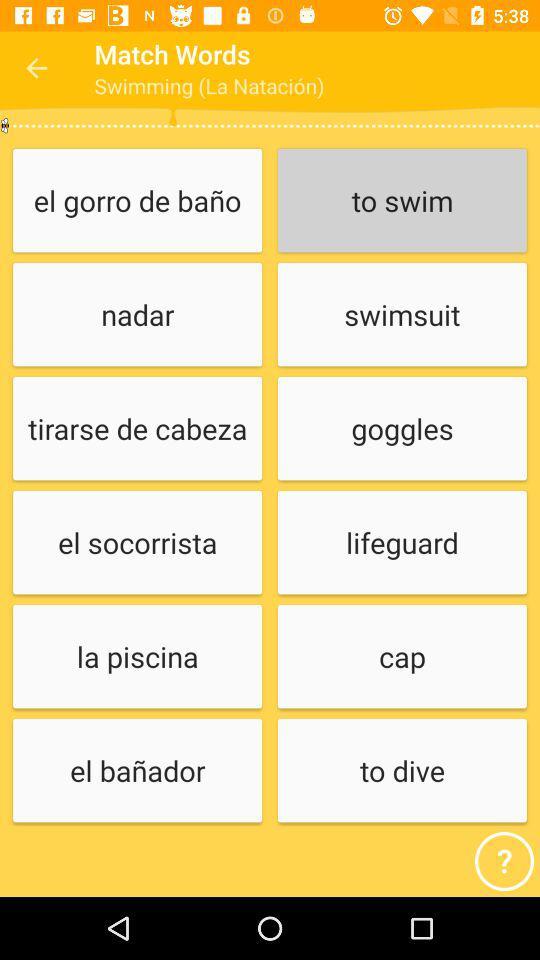 The image size is (540, 960). I want to click on the icon below nadar, so click(136, 429).